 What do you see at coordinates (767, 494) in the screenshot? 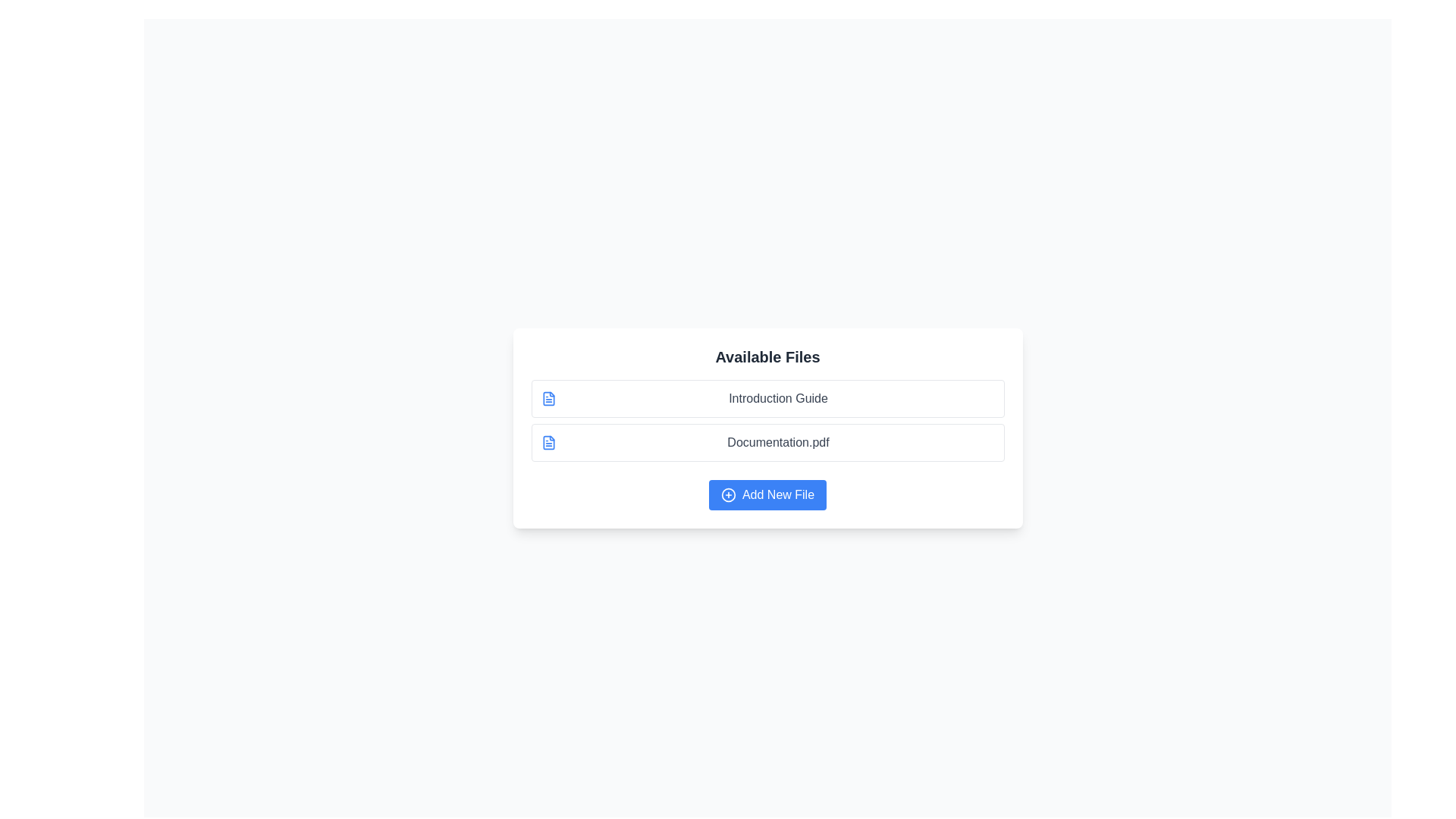
I see `the distinct rectangular button with rounded edges, blue background, and white text 'Add New File' to initiate the file addition process` at bounding box center [767, 494].